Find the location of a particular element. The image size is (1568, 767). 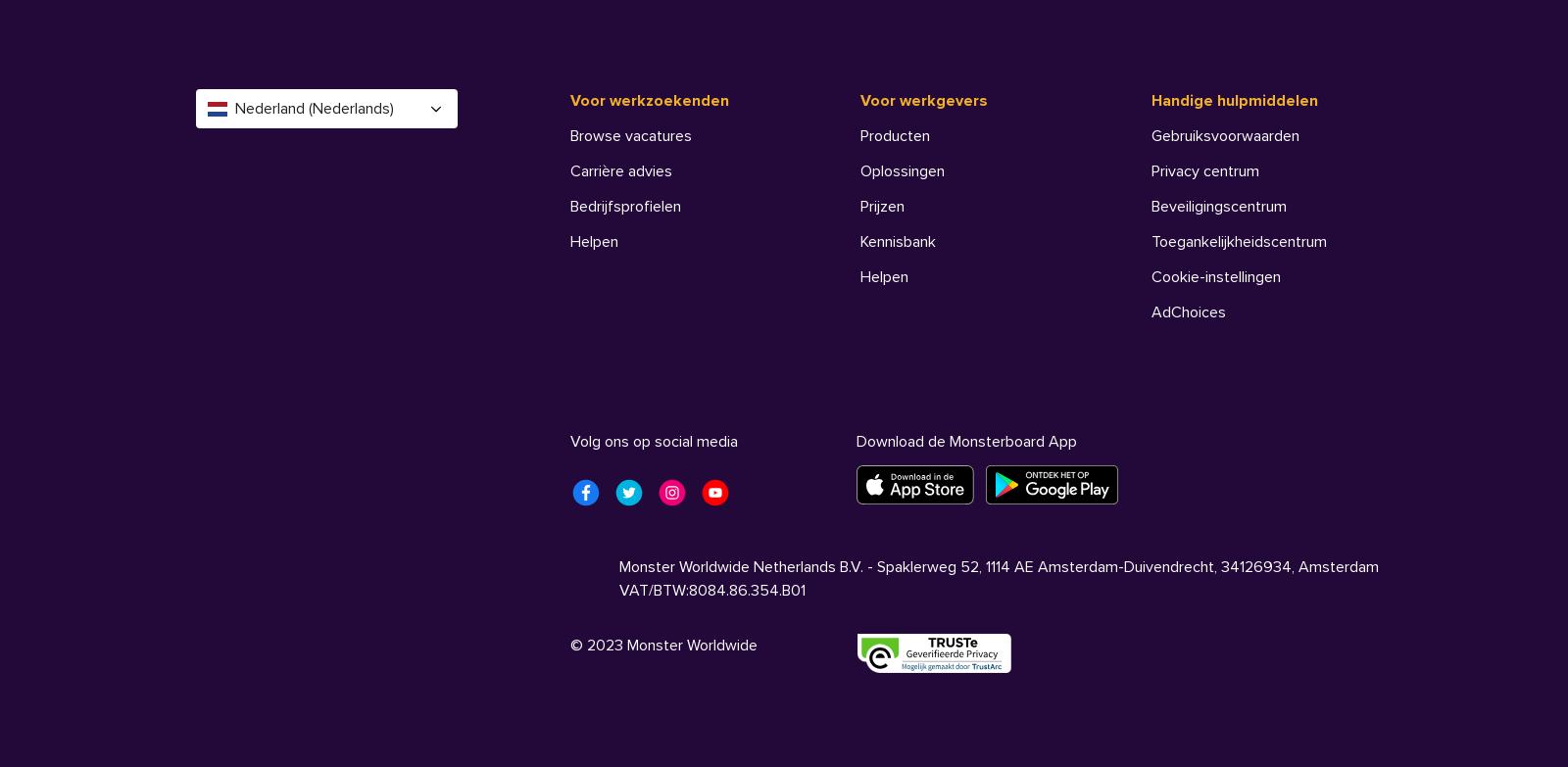

'Download de Monsterboard App' is located at coordinates (965, 441).